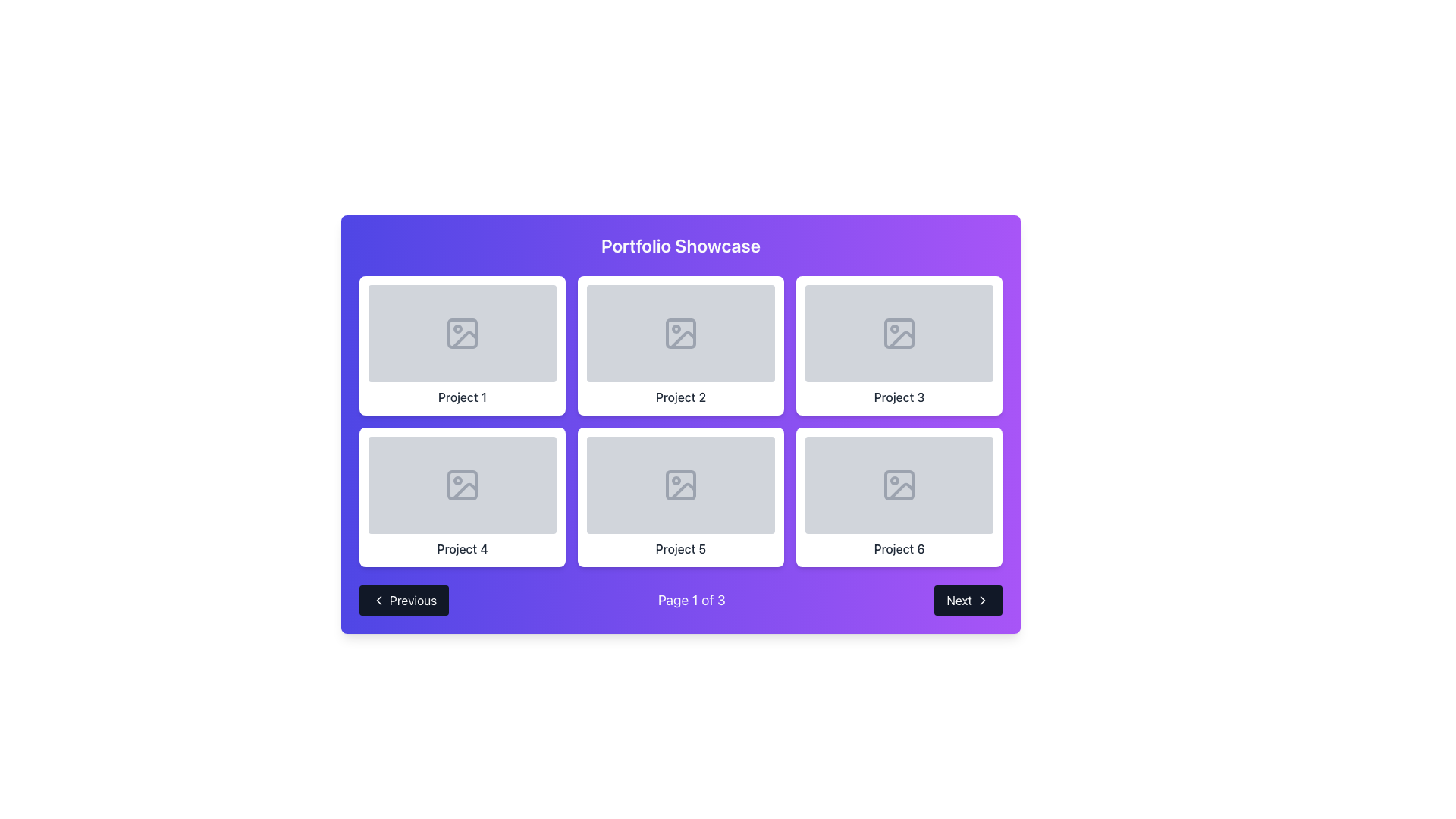  What do you see at coordinates (413, 599) in the screenshot?
I see `the 'Previous' text label within the navigation button located at the bottom-left corner of the interface` at bounding box center [413, 599].